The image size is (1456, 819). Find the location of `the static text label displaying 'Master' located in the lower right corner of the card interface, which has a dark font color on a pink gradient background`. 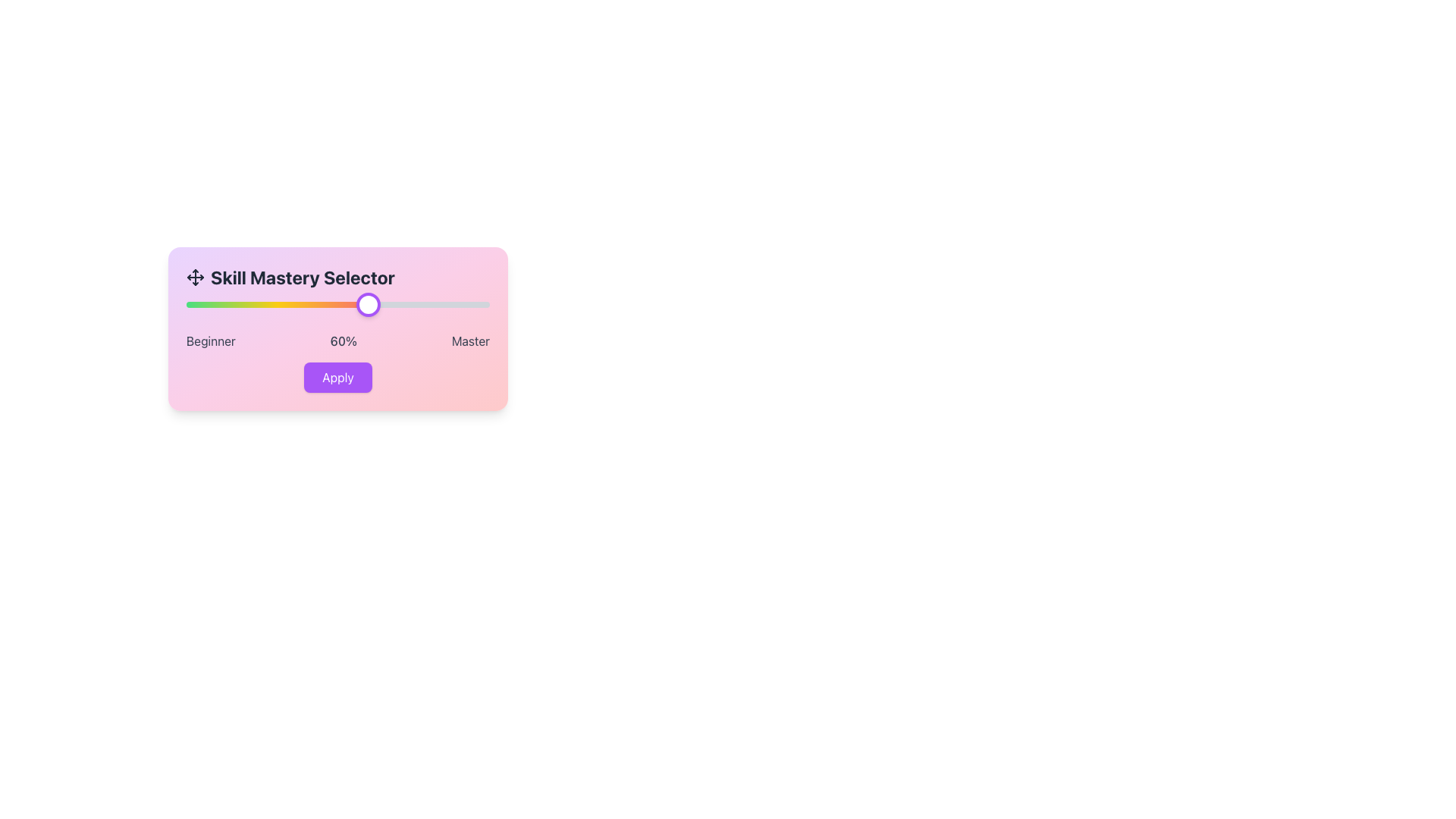

the static text label displaying 'Master' located in the lower right corner of the card interface, which has a dark font color on a pink gradient background is located at coordinates (469, 341).